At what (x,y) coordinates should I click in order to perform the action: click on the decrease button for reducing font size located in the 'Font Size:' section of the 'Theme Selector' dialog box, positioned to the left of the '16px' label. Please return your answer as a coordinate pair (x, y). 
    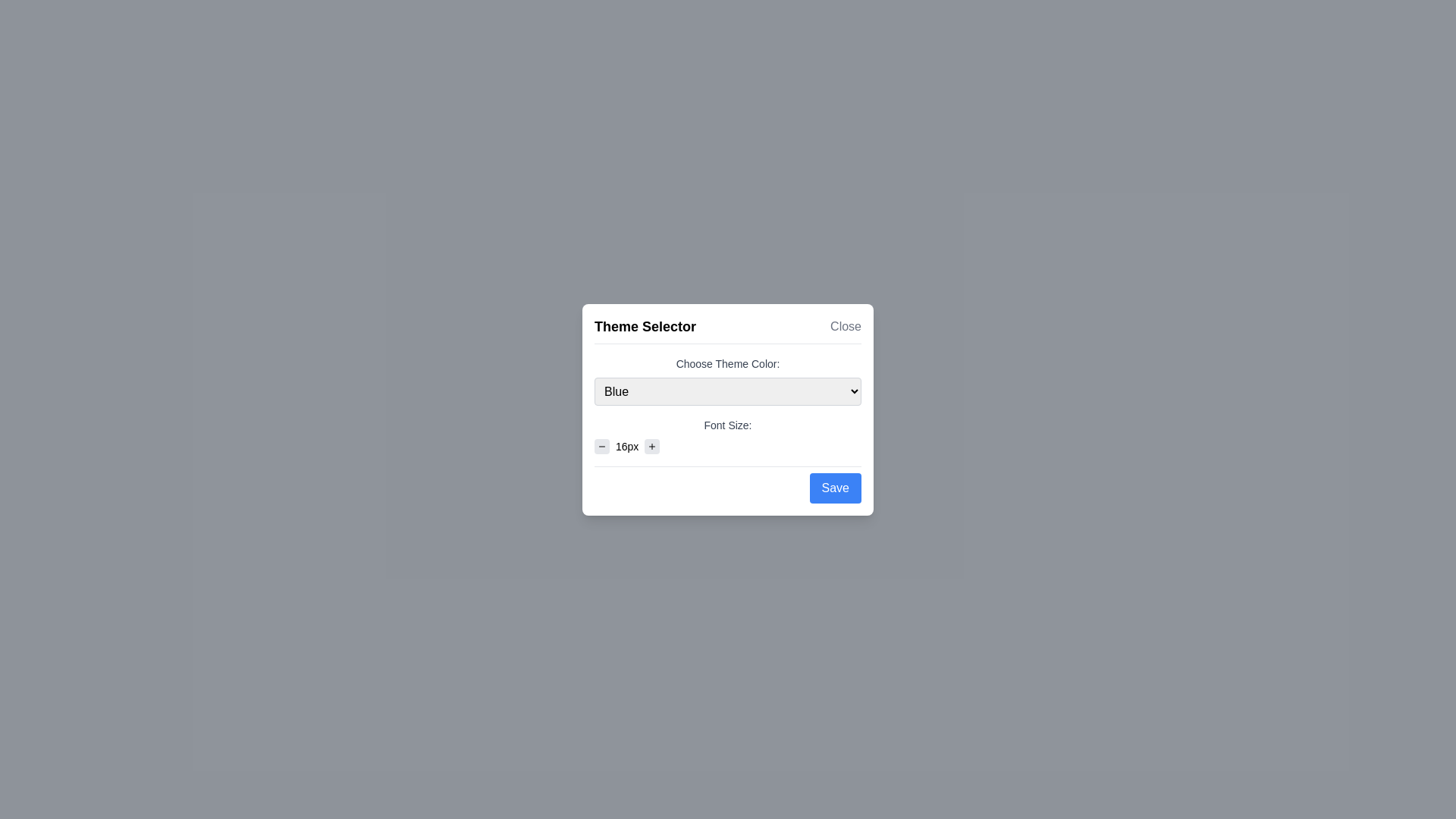
    Looking at the image, I should click on (601, 444).